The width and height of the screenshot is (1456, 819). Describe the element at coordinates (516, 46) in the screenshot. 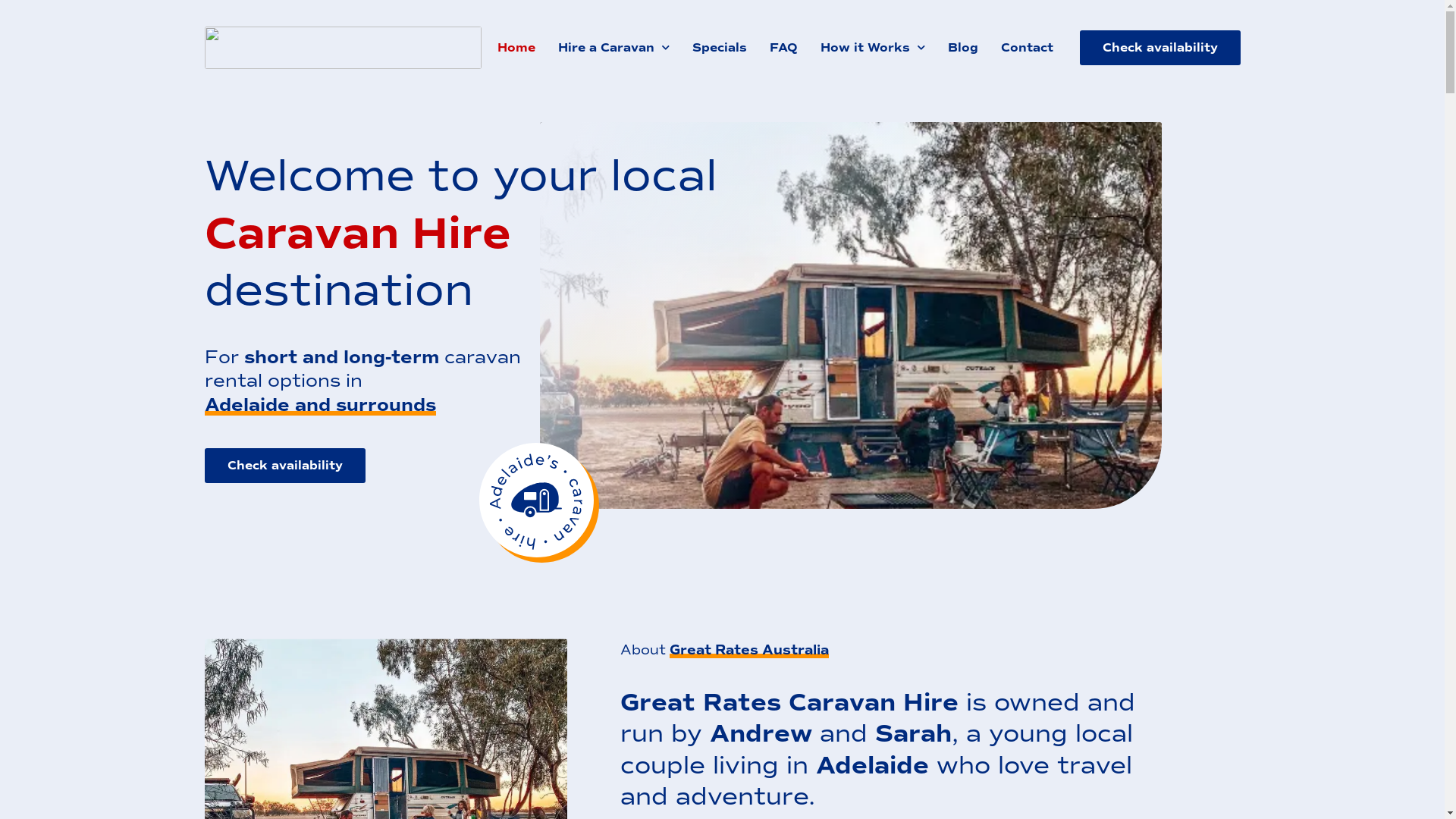

I see `'Home'` at that location.